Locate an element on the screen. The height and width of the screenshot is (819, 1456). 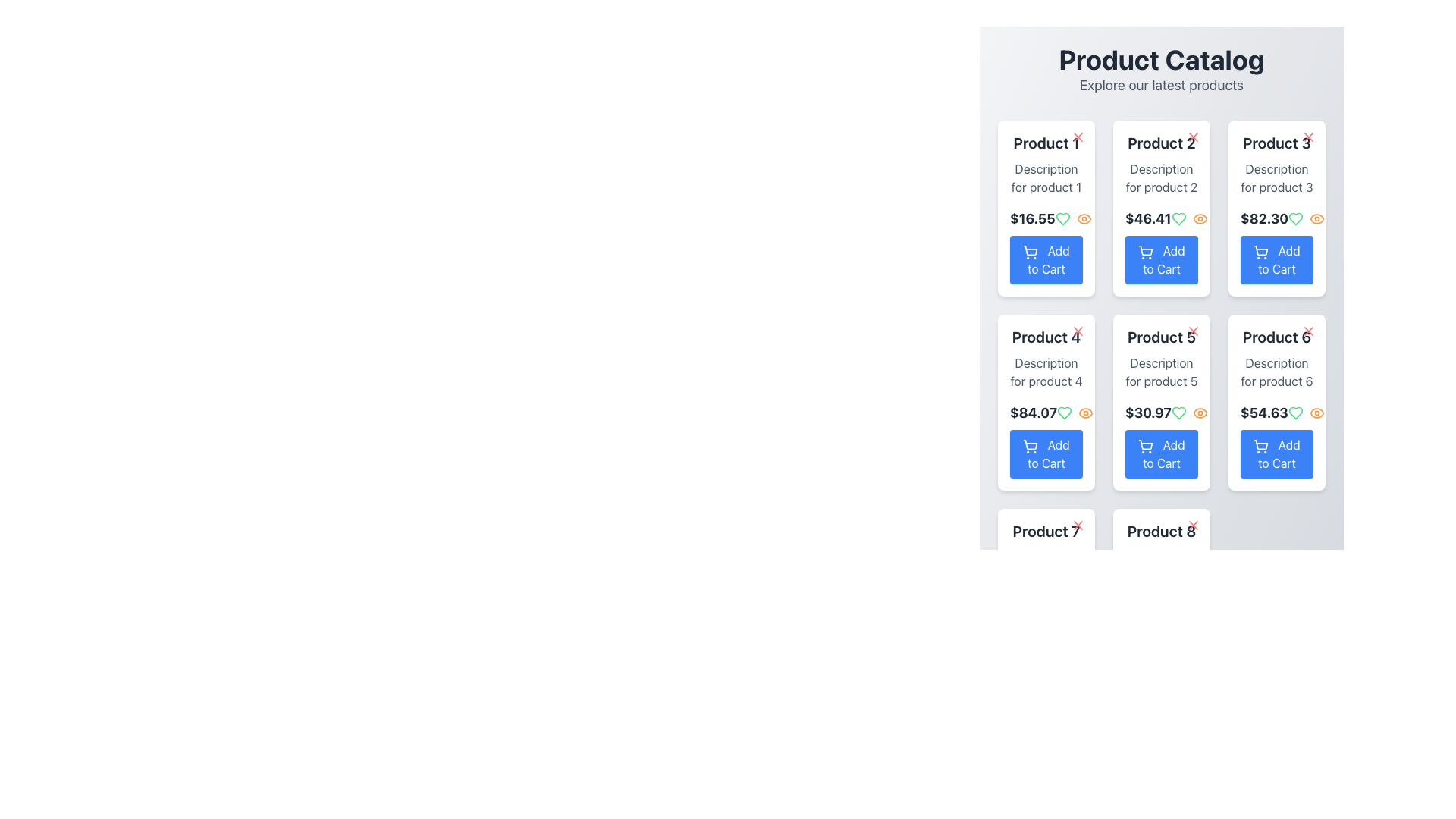
text from the light gray text label that displays 'Explore our latest products', located beneath the 'Product Catalog' title at the top center of the interface is located at coordinates (1160, 85).